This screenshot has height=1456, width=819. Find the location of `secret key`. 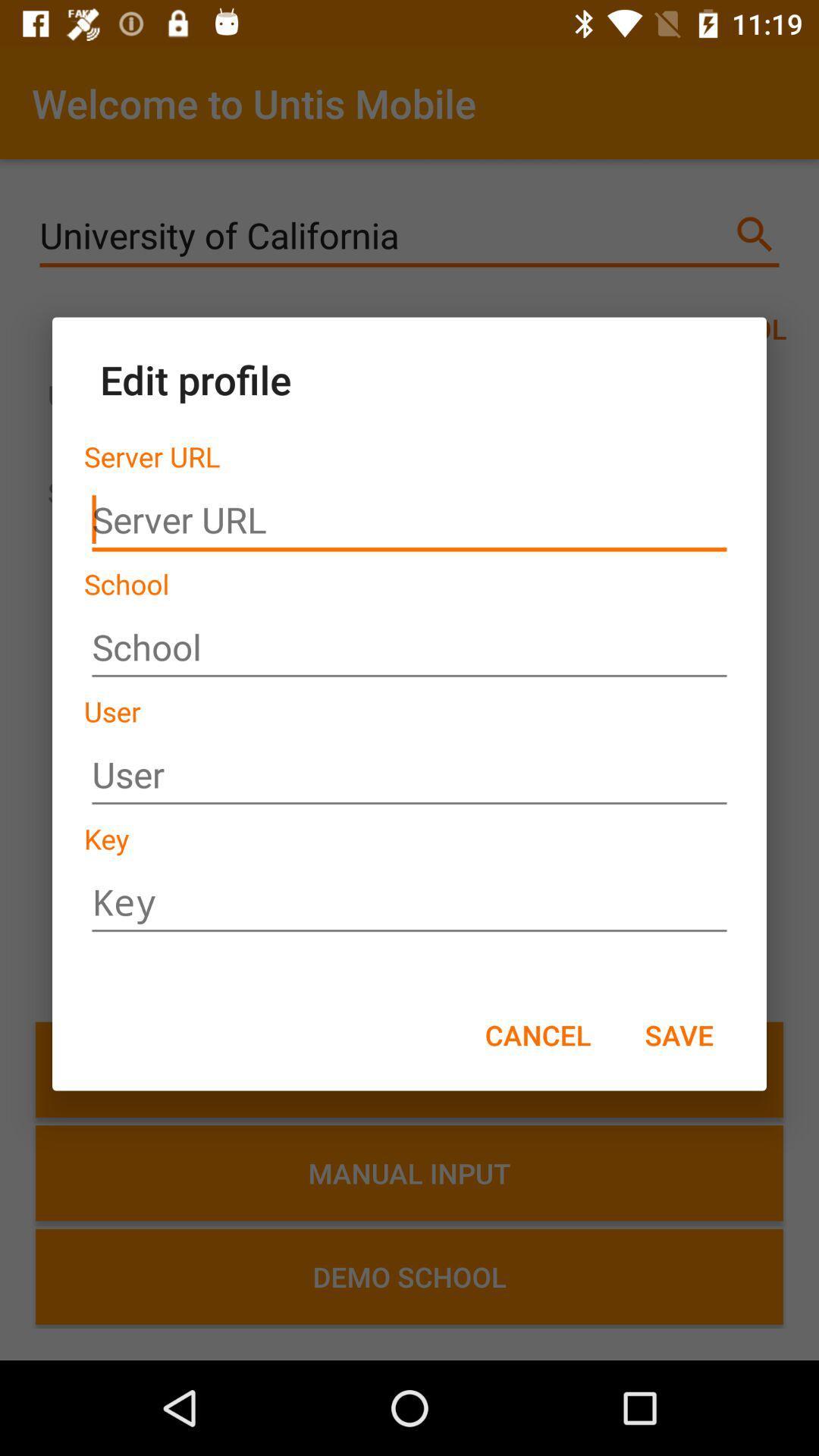

secret key is located at coordinates (409, 902).